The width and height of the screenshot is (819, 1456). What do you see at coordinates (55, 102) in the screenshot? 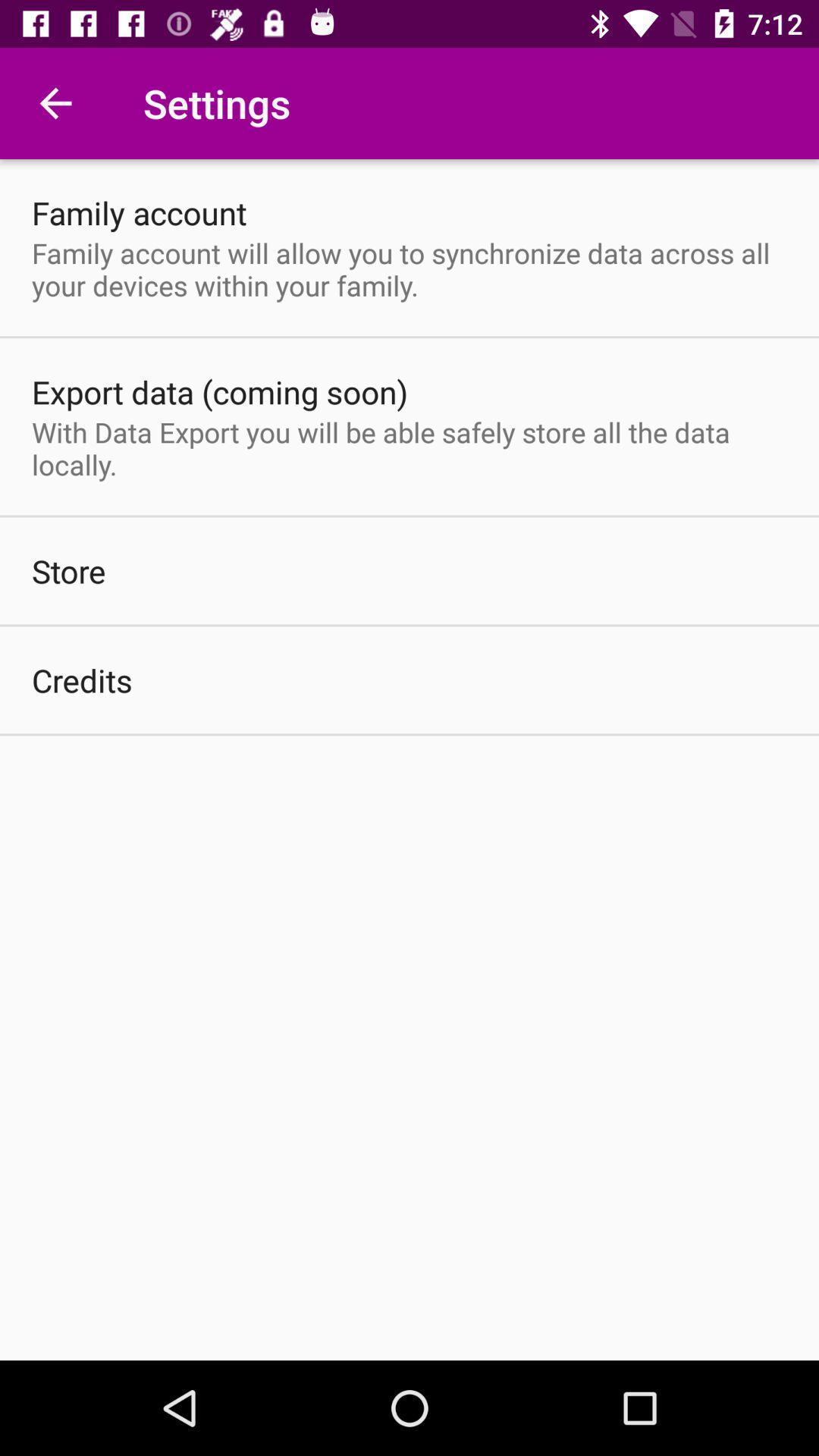
I see `app next to settings item` at bounding box center [55, 102].